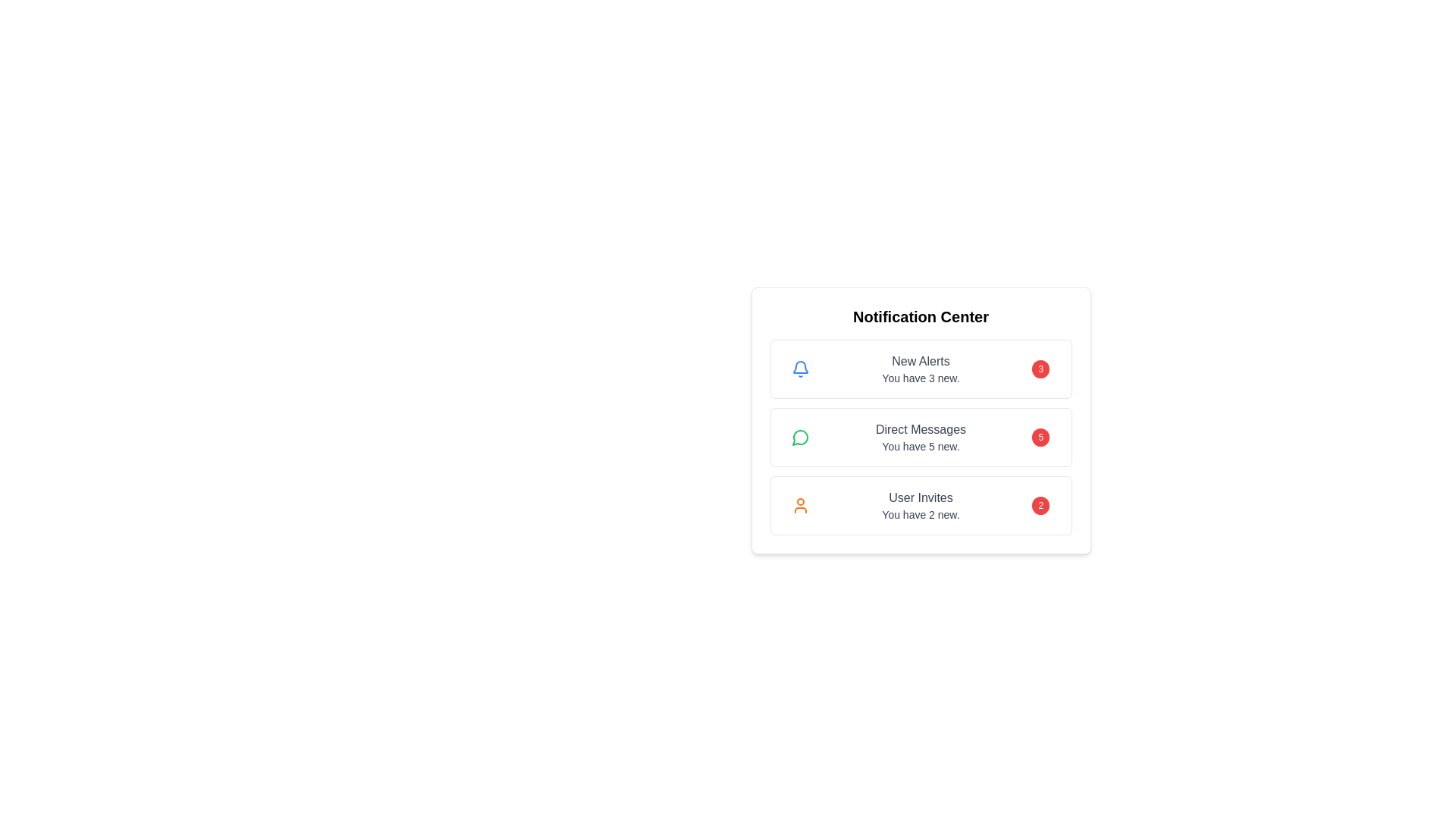 This screenshot has height=819, width=1456. What do you see at coordinates (920, 438) in the screenshot?
I see `the second notification box that informs the user about new direct messages, located between 'New Alerts' and 'User Invites'` at bounding box center [920, 438].